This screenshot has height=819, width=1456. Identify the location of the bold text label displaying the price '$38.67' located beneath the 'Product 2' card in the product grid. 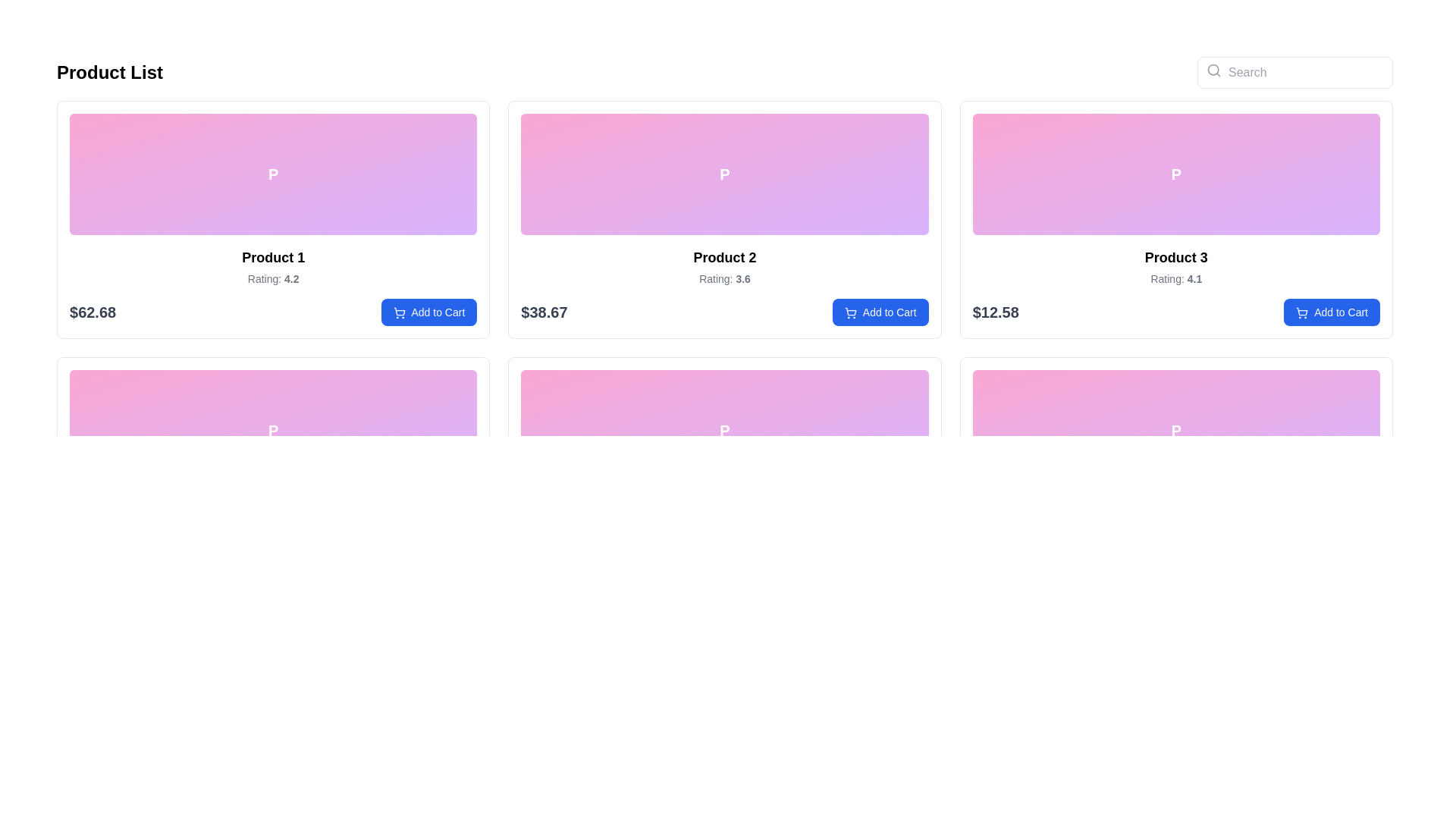
(544, 312).